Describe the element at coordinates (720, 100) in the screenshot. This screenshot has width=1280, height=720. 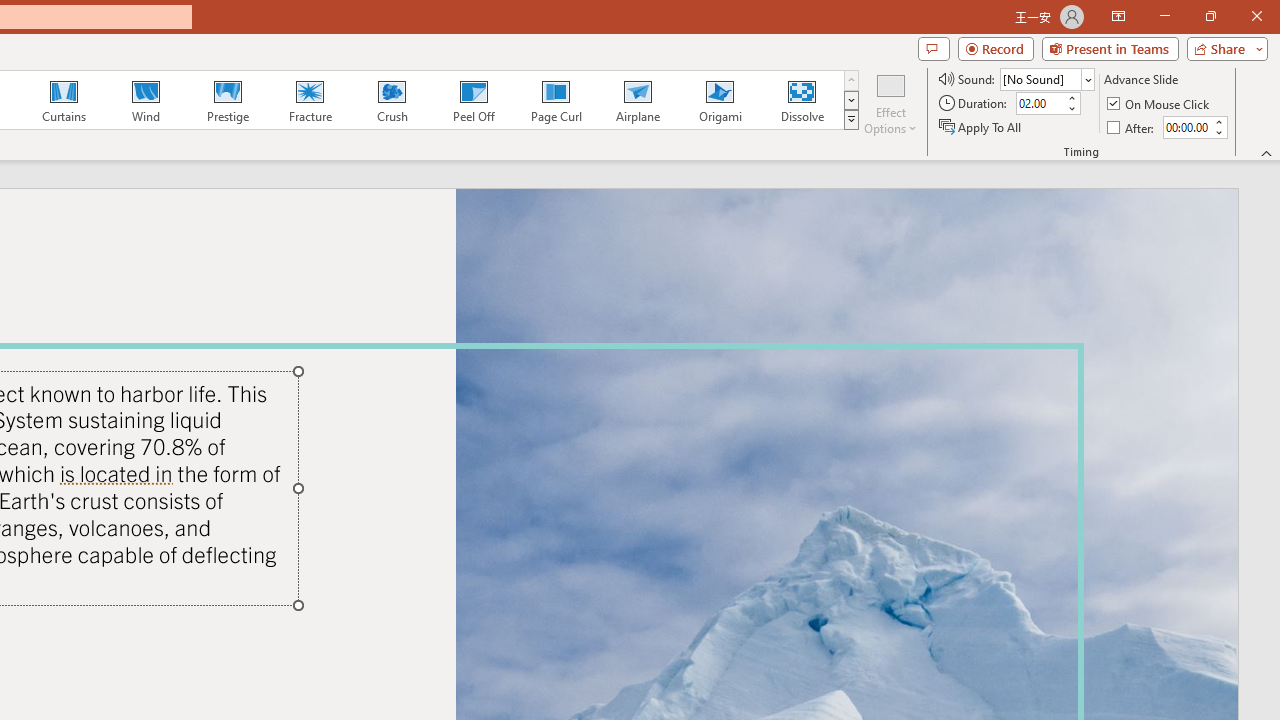
I see `'Origami'` at that location.